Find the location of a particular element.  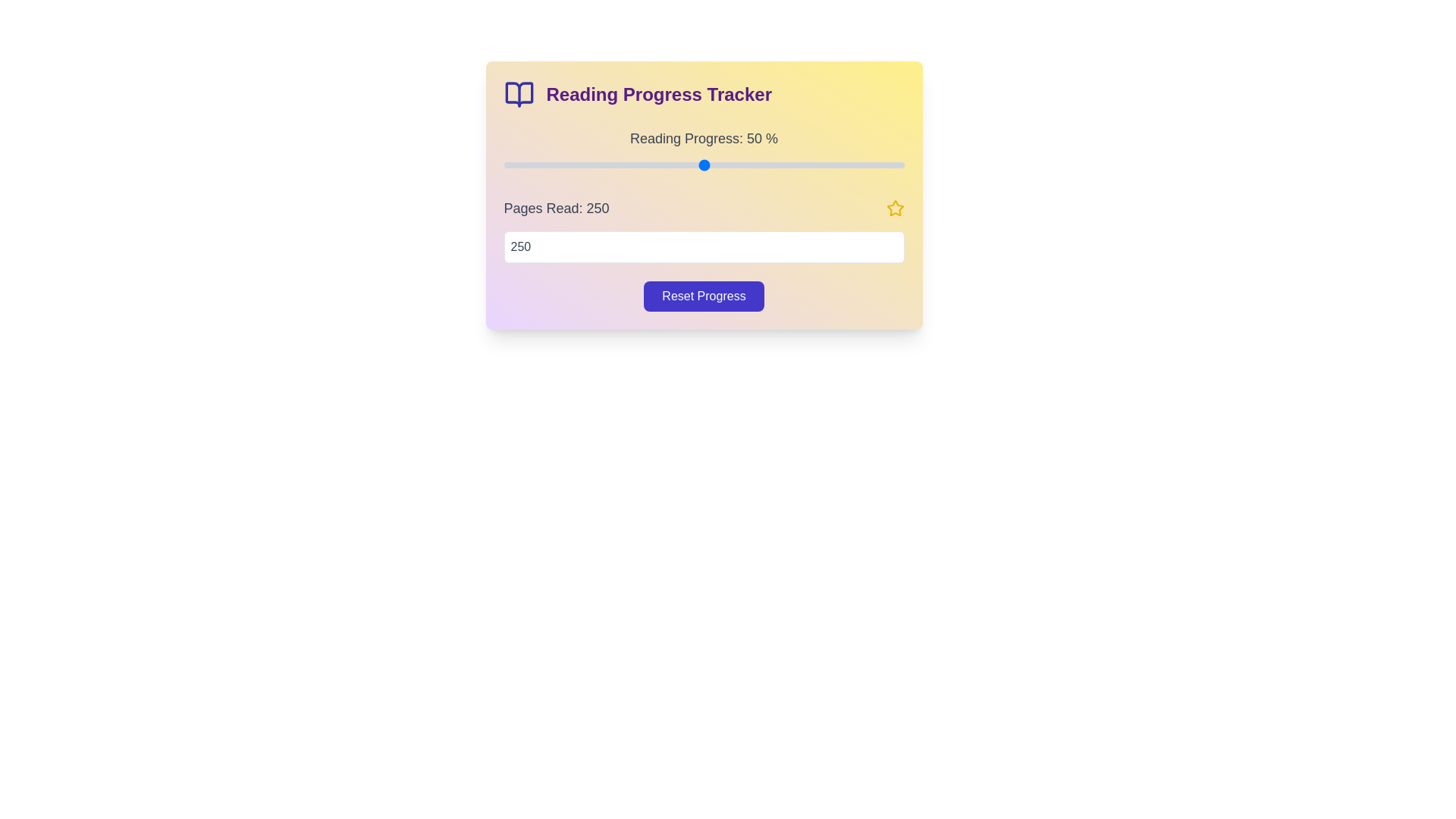

the reading progress to 6% by adjusting the slider is located at coordinates (528, 165).